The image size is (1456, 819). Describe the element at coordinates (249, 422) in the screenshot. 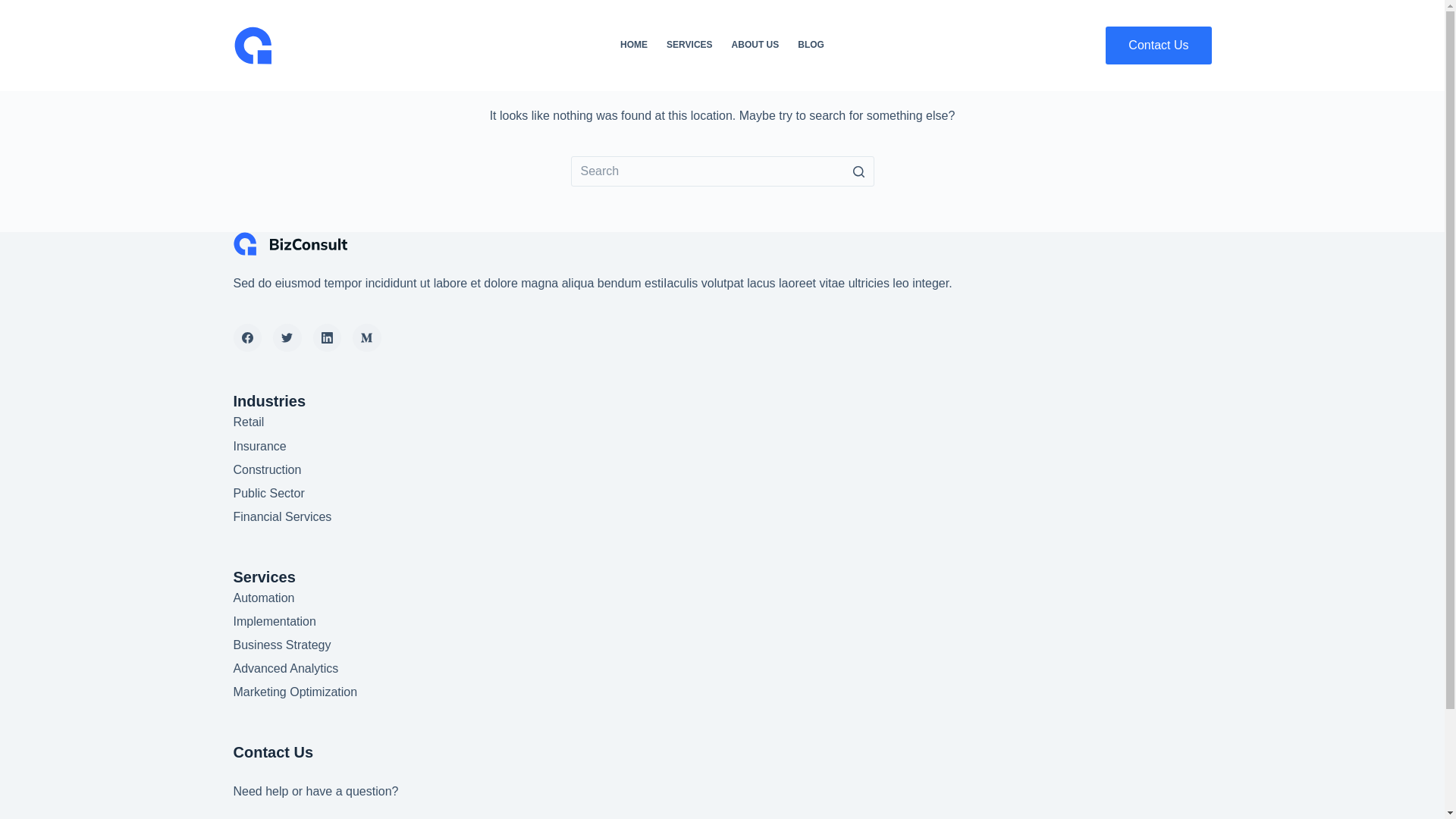

I see `'Retail'` at that location.